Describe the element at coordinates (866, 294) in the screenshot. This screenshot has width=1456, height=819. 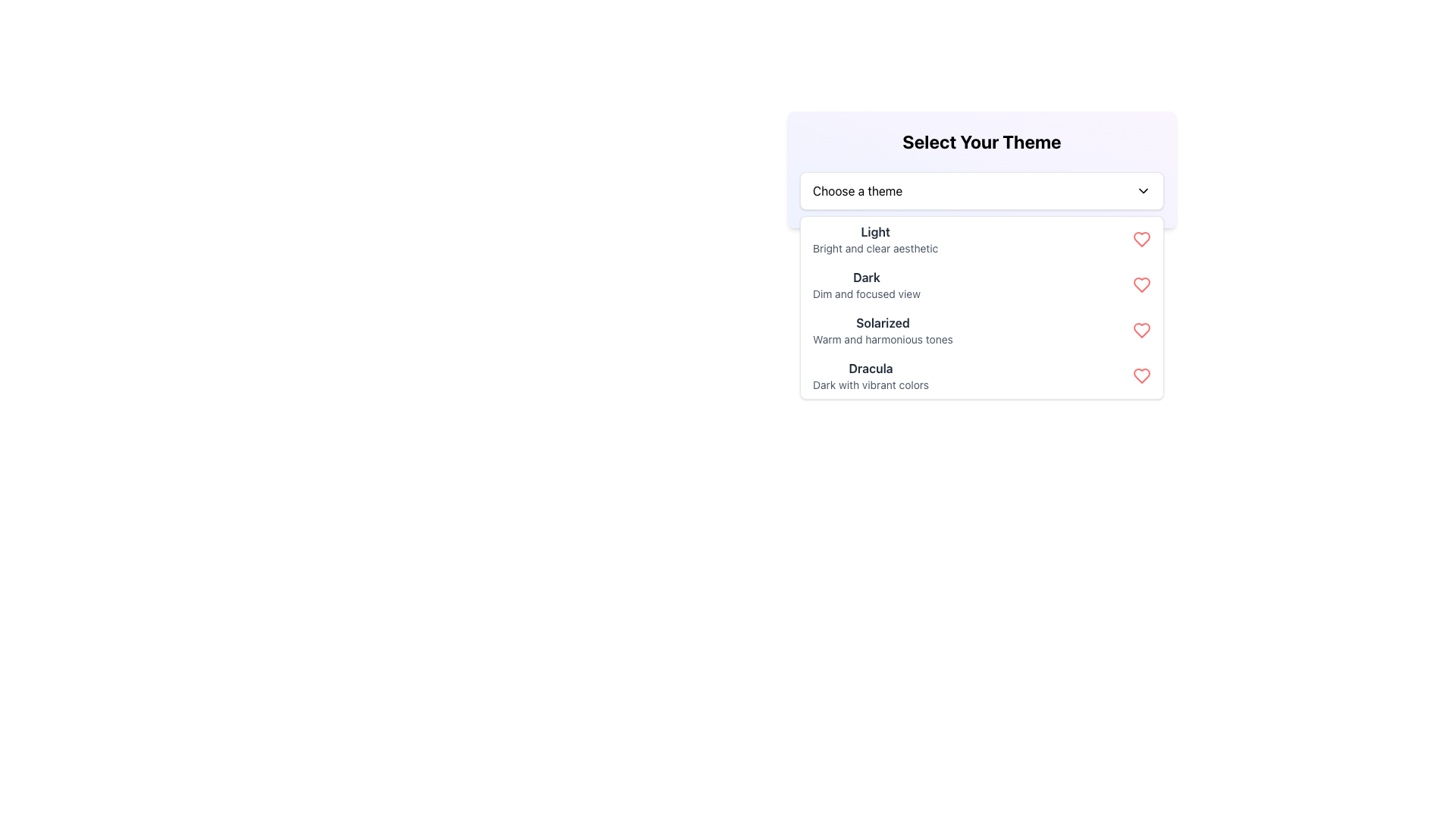
I see `the text label that describes the 'Dark' theme option in the dropdown menu, which is positioned below the 'Dark' text` at that location.